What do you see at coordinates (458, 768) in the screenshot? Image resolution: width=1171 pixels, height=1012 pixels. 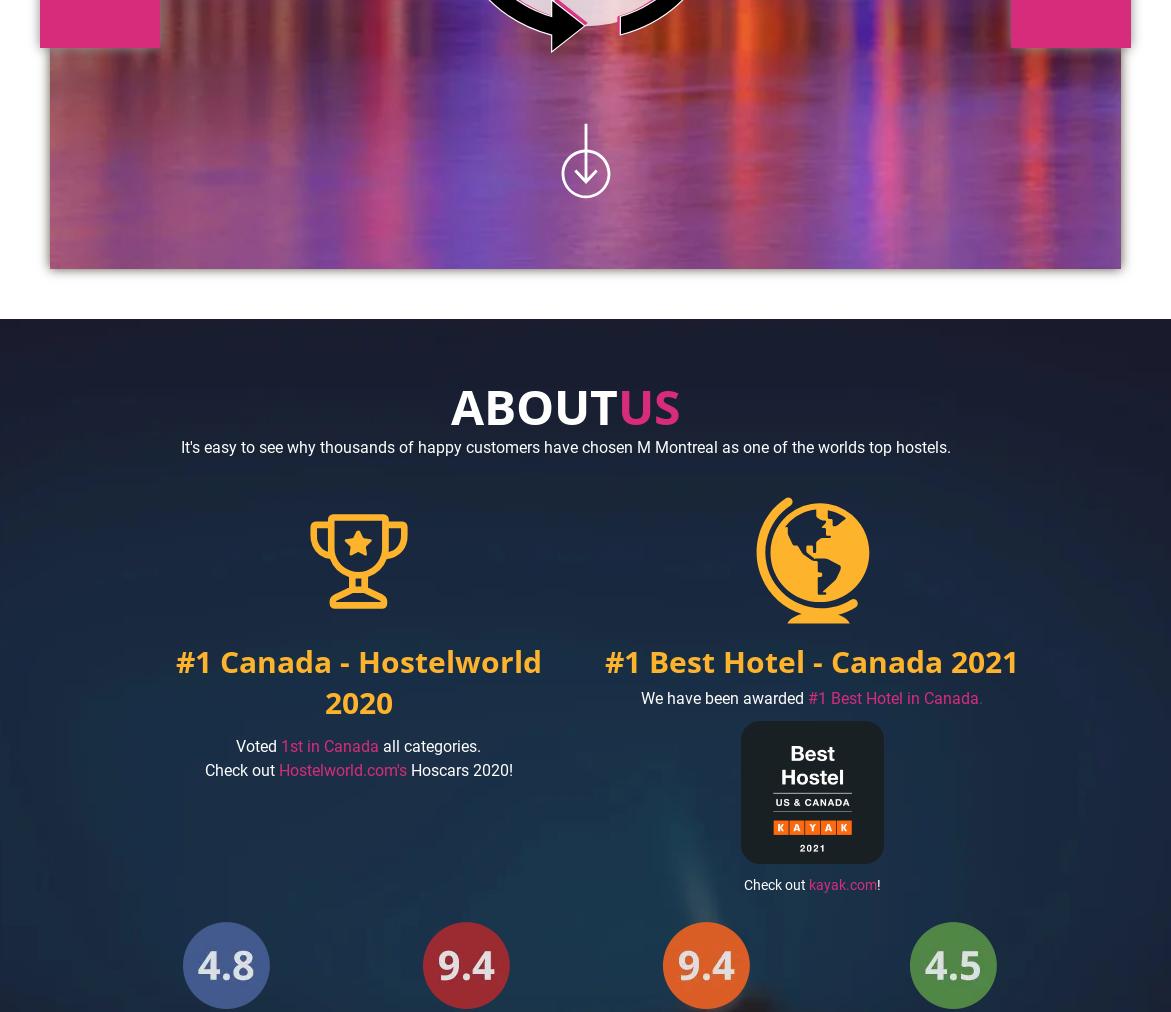 I see `'Hoscars 2020'` at bounding box center [458, 768].